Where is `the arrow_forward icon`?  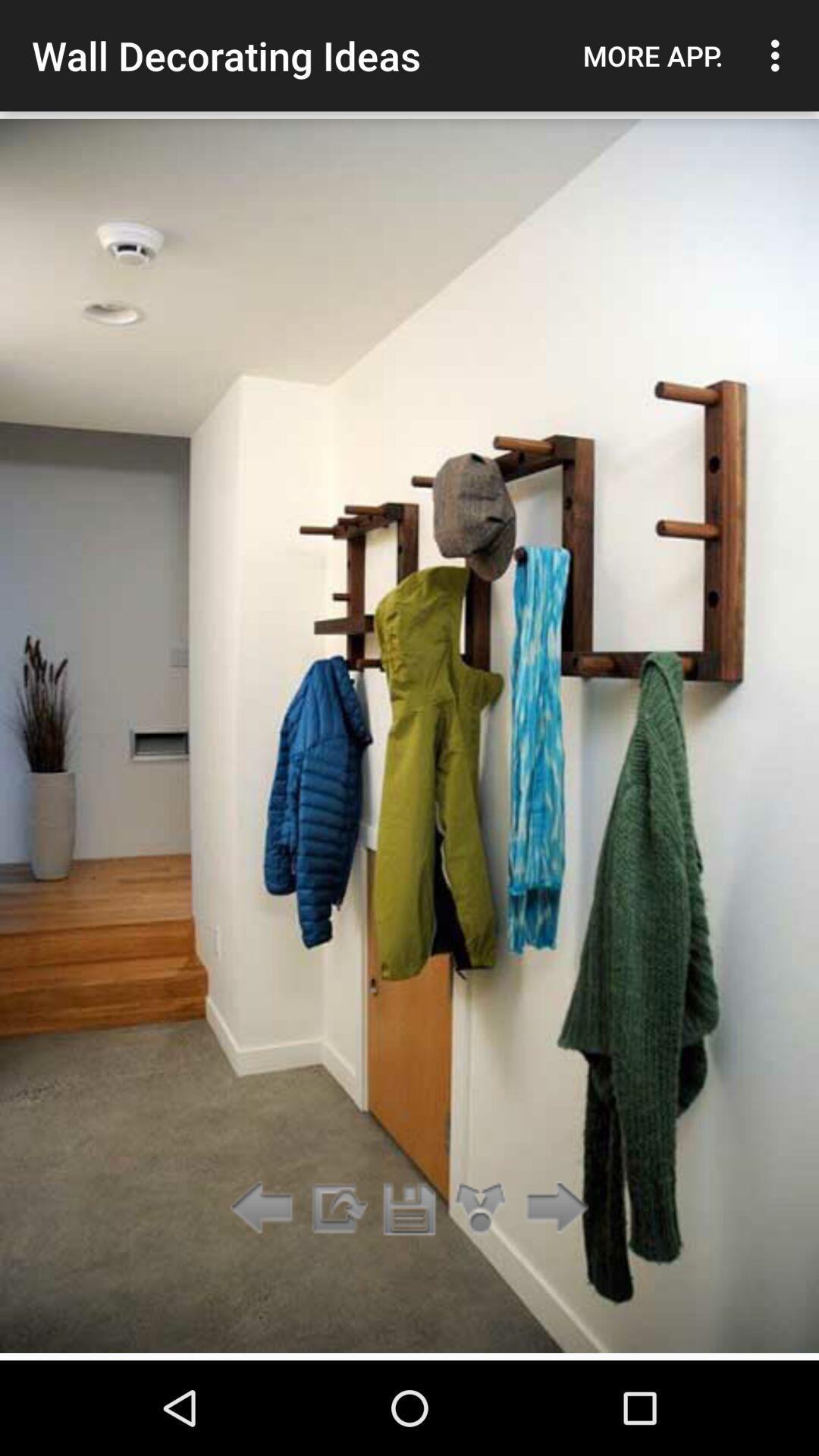 the arrow_forward icon is located at coordinates (553, 1208).